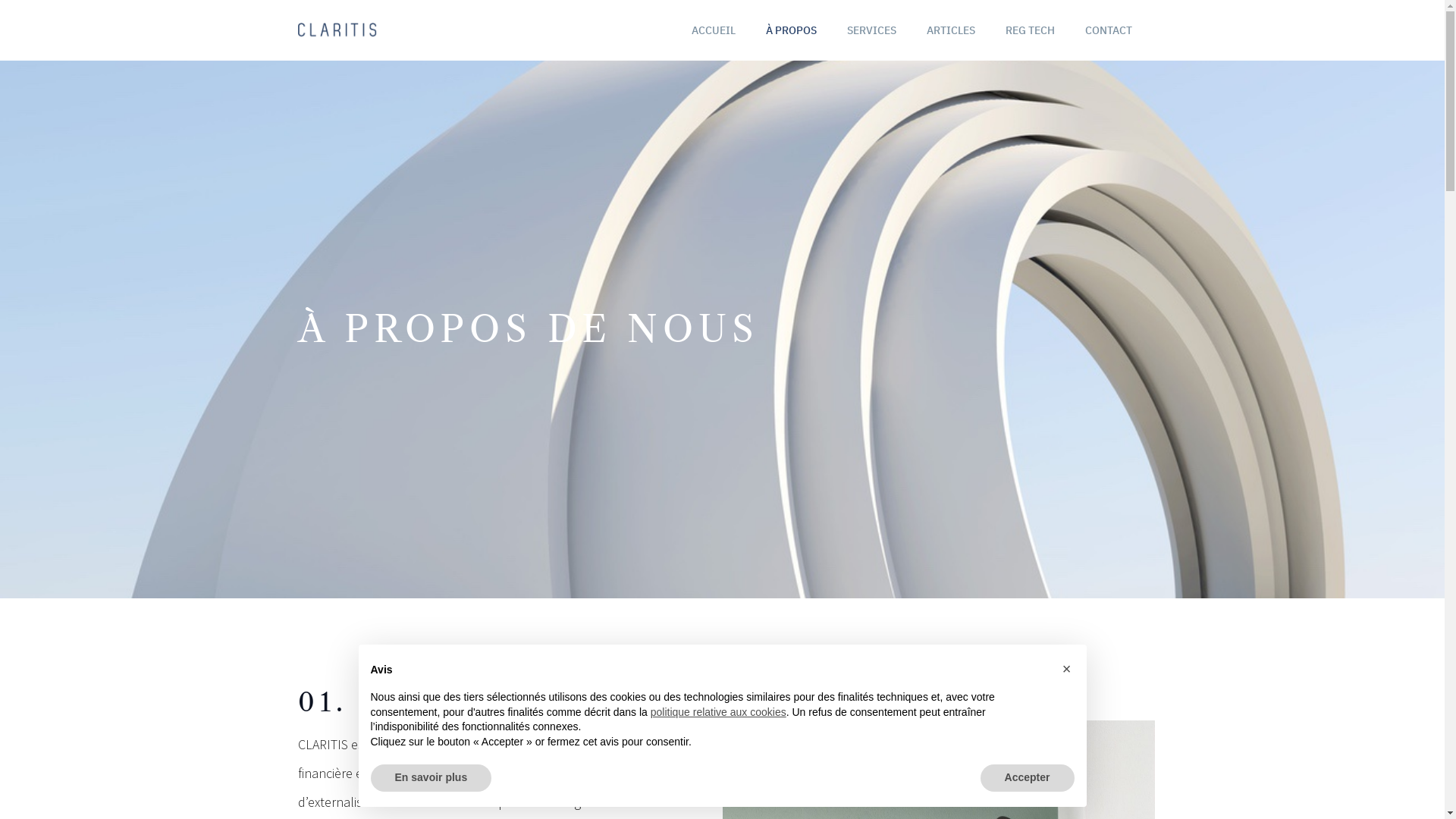 The width and height of the screenshot is (1456, 819). Describe the element at coordinates (717, 711) in the screenshot. I see `'politique relative aux cookies'` at that location.